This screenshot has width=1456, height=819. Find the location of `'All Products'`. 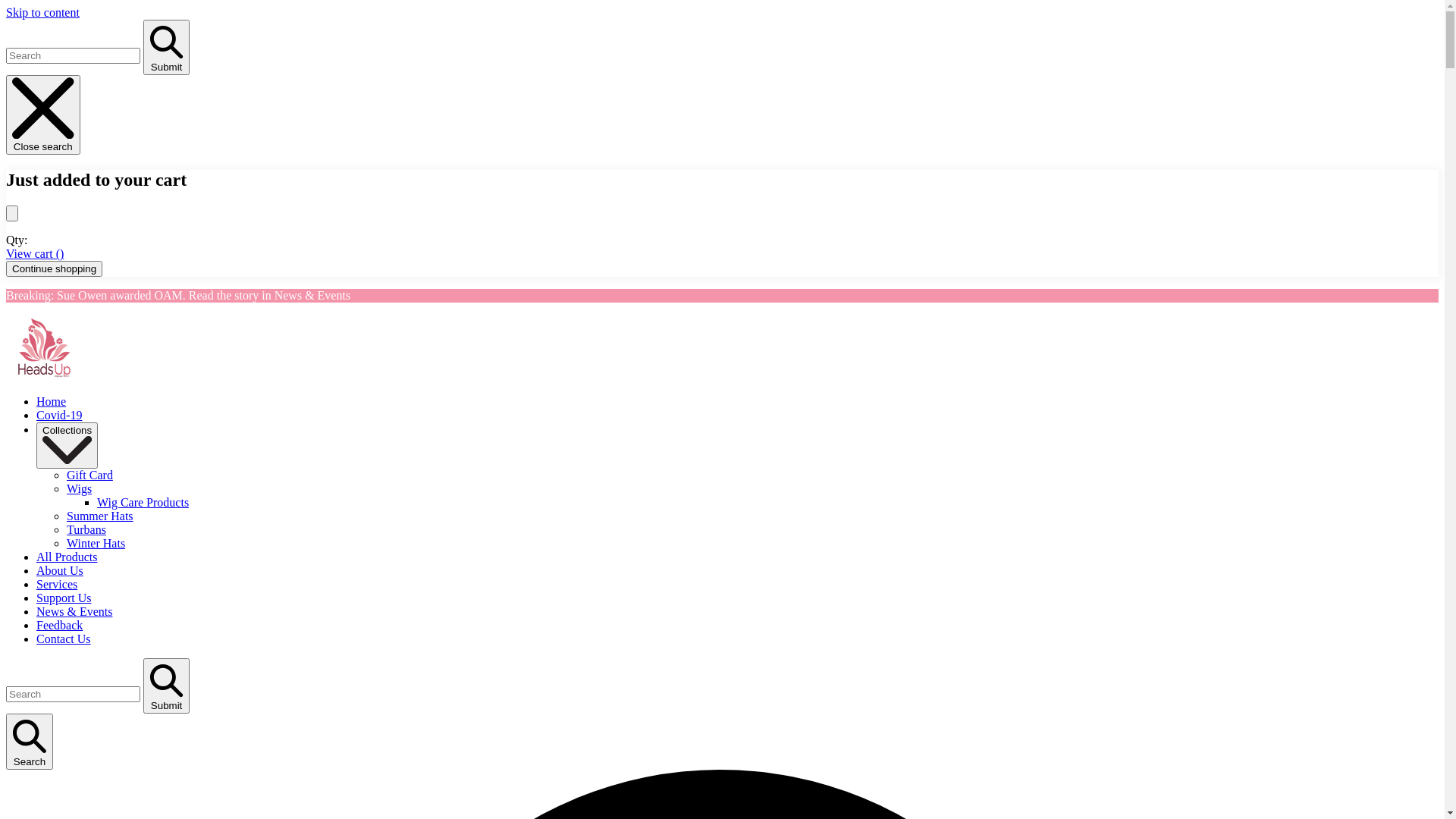

'All Products' is located at coordinates (65, 557).